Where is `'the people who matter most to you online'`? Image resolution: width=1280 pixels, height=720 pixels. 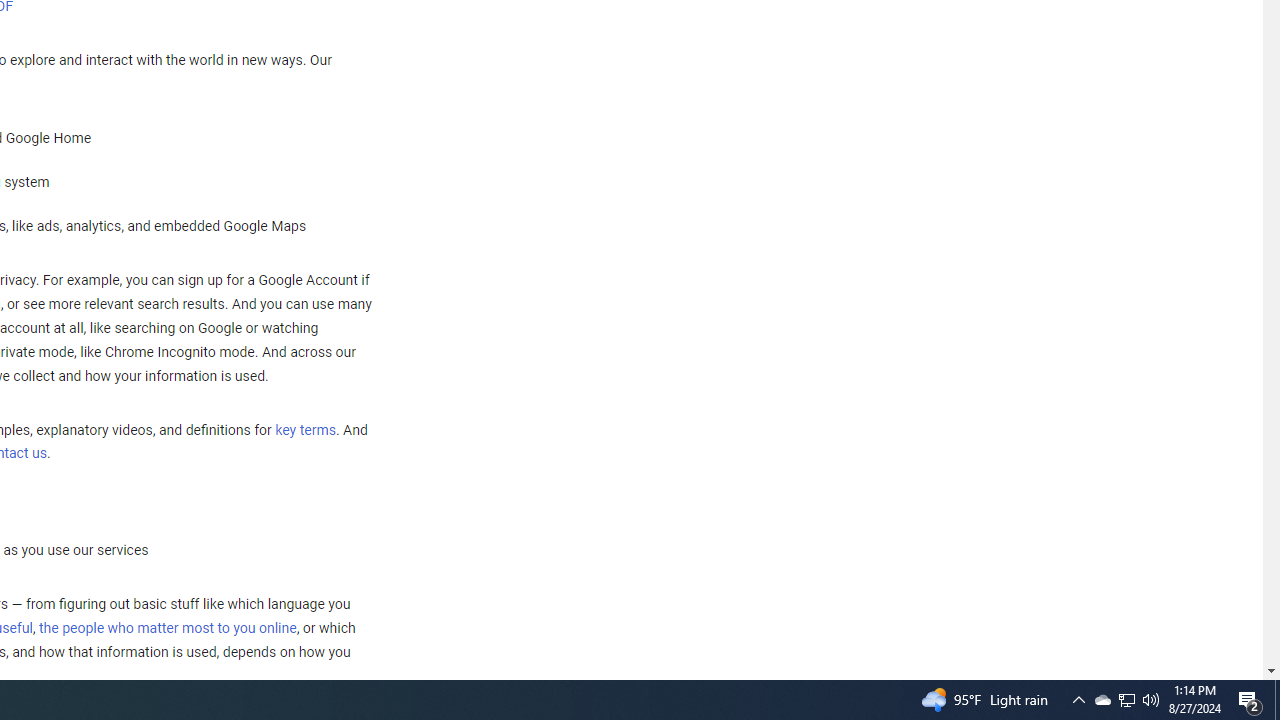
'the people who matter most to you online' is located at coordinates (167, 627).